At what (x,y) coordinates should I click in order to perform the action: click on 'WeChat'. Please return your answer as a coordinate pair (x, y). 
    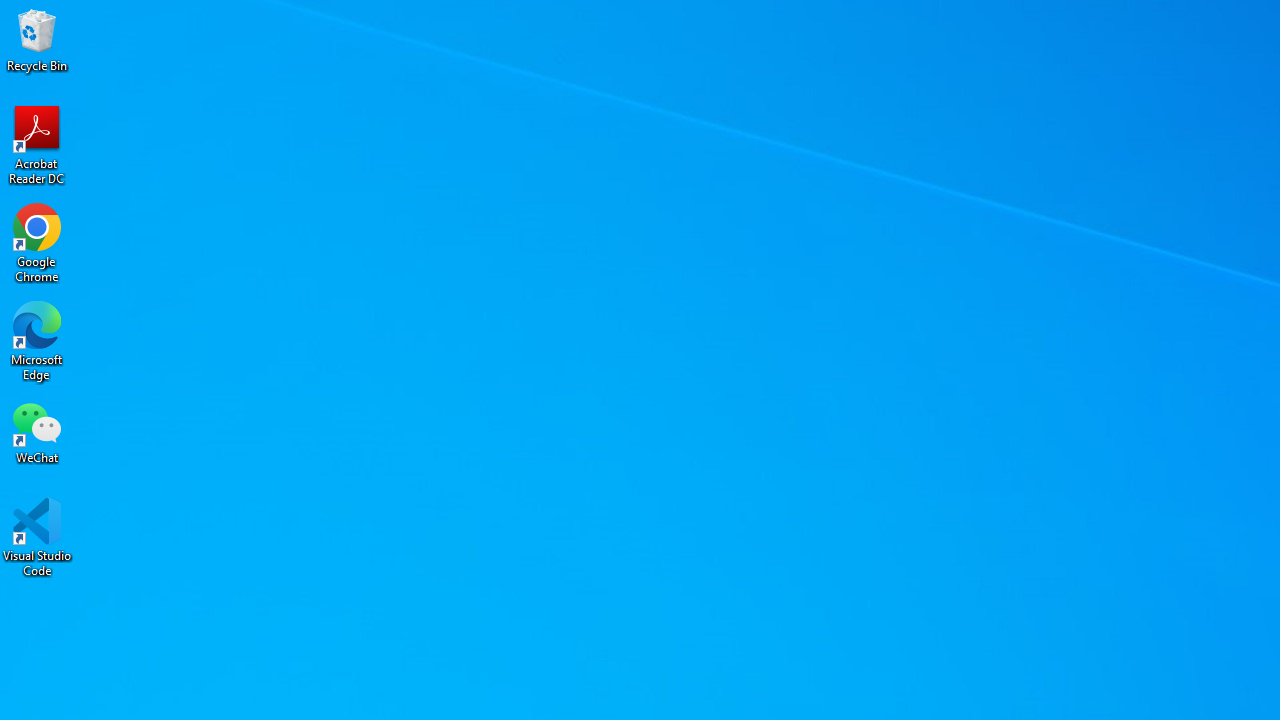
    Looking at the image, I should click on (37, 431).